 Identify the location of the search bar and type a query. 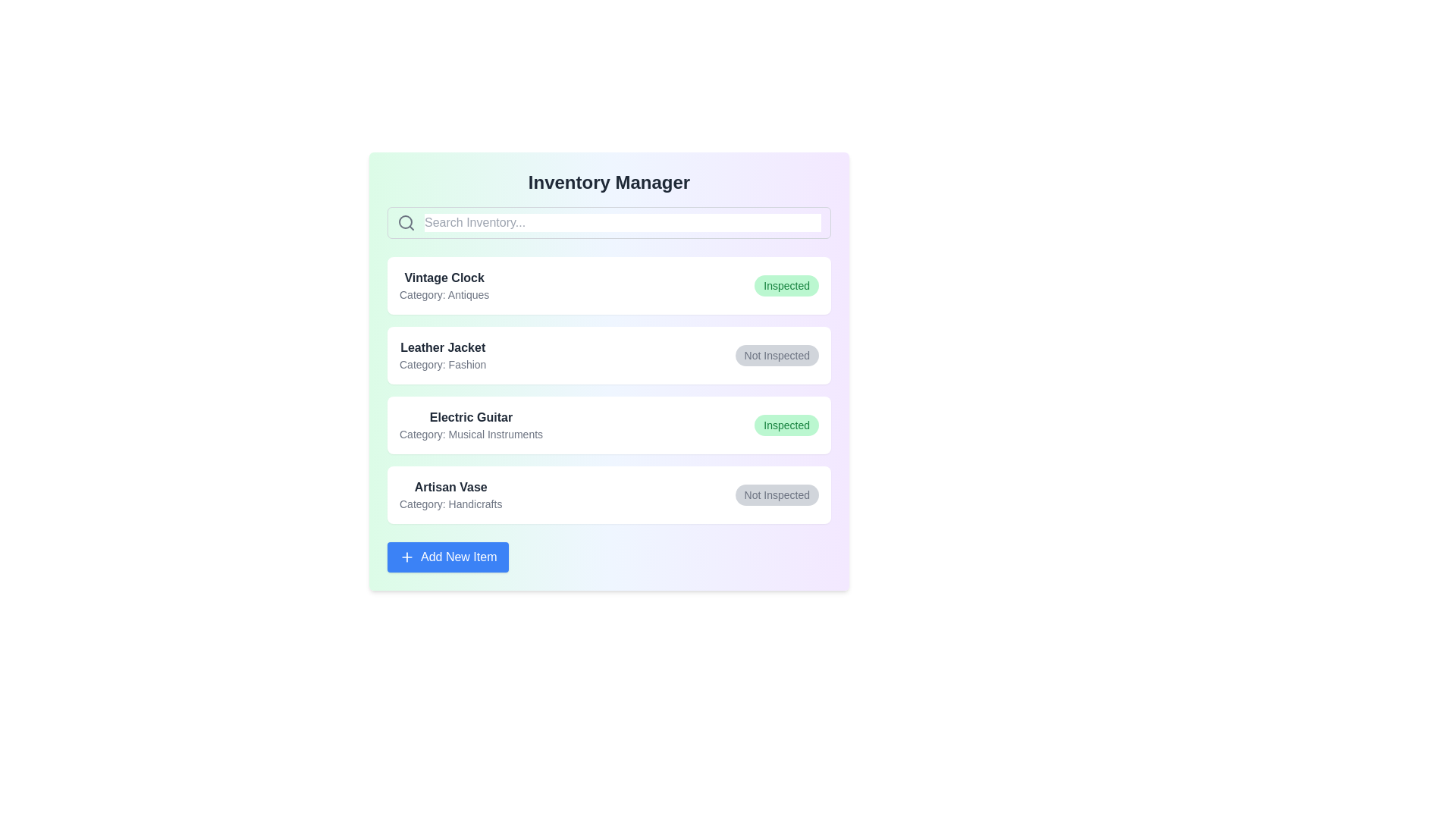
(623, 222).